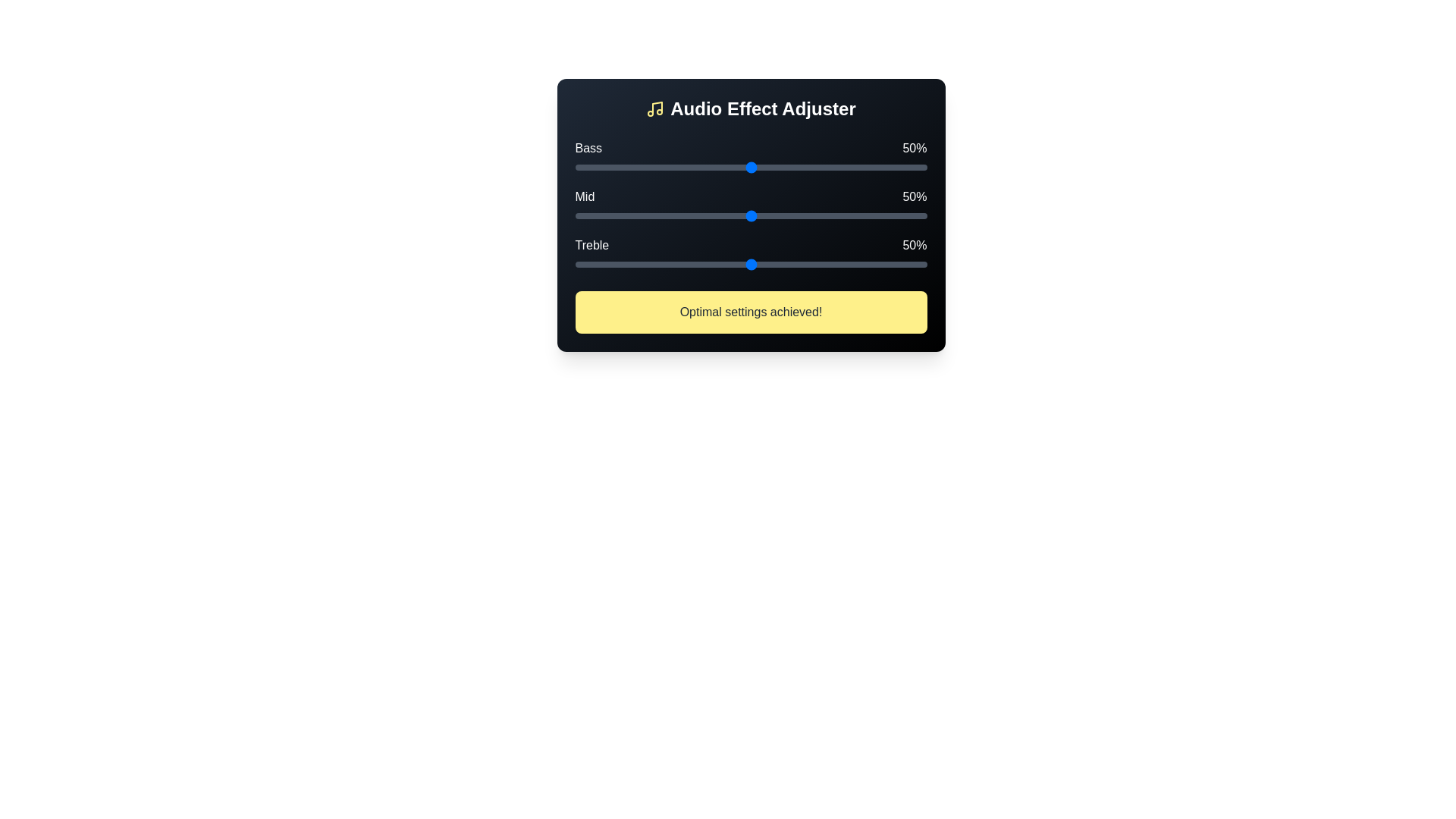 This screenshot has height=819, width=1456. I want to click on the Bass slider to 43% by clicking on the slider track, so click(726, 167).